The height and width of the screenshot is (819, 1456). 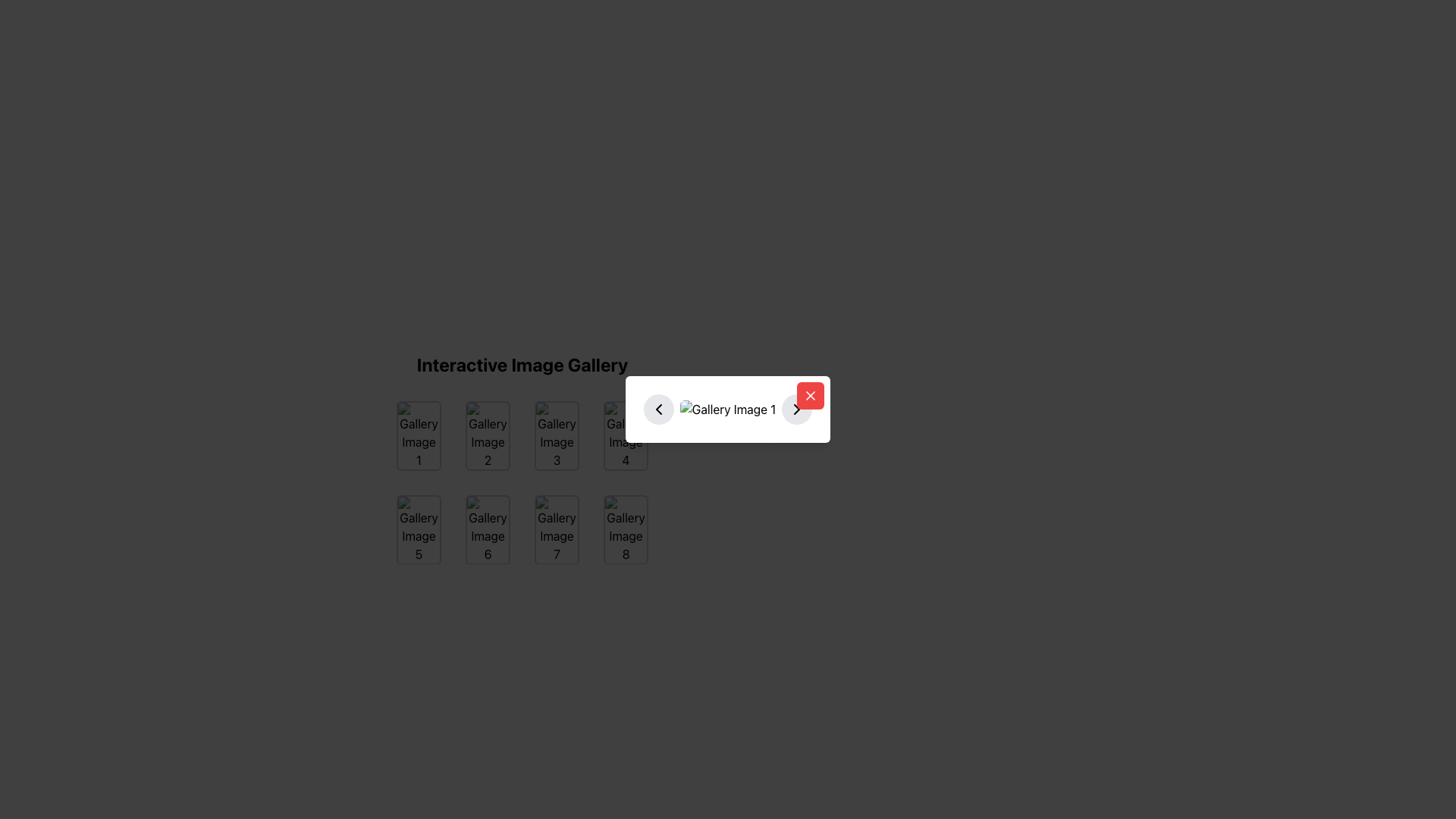 What do you see at coordinates (419, 435) in the screenshot?
I see `the first gallery image placeholder located in the top-left corner of the grid` at bounding box center [419, 435].